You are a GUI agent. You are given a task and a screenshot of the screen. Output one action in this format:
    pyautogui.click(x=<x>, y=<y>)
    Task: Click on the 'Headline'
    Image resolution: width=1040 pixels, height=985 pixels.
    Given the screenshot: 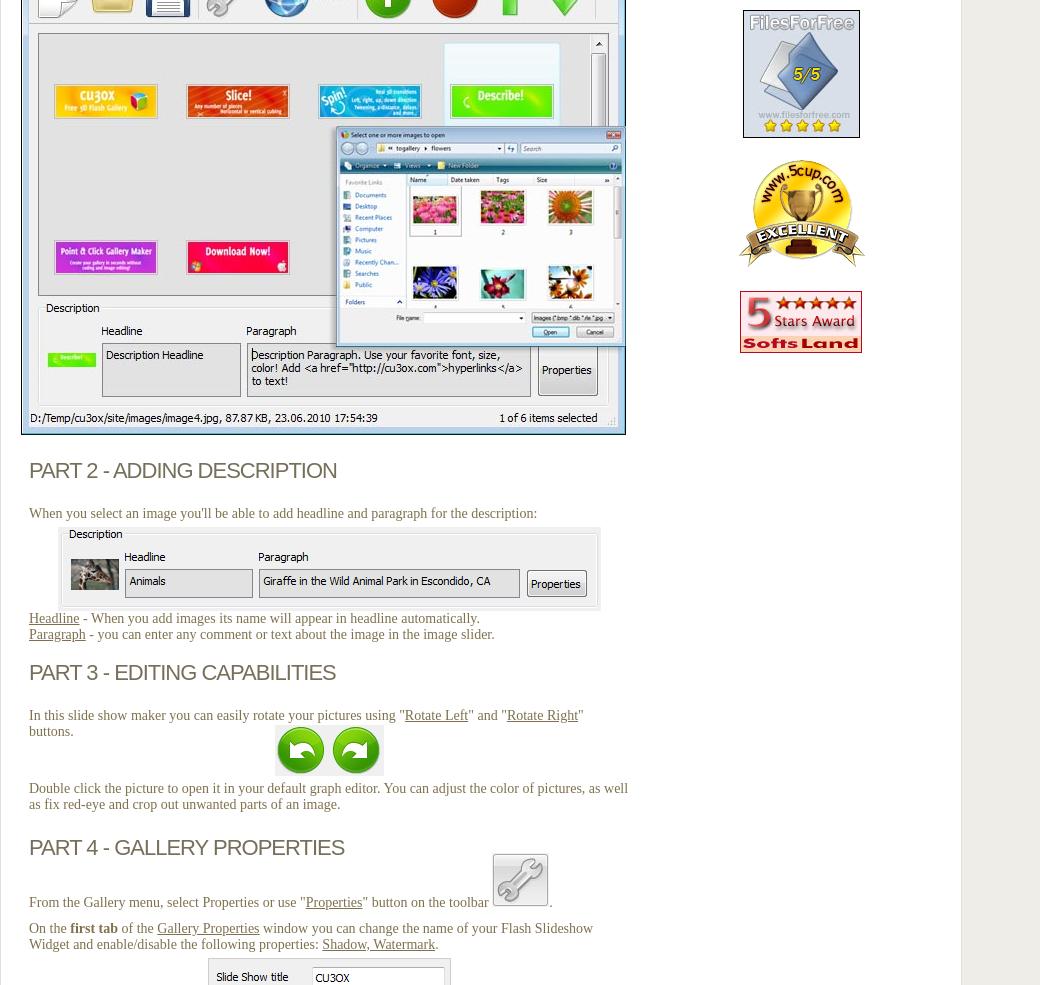 What is the action you would take?
    pyautogui.click(x=28, y=617)
    